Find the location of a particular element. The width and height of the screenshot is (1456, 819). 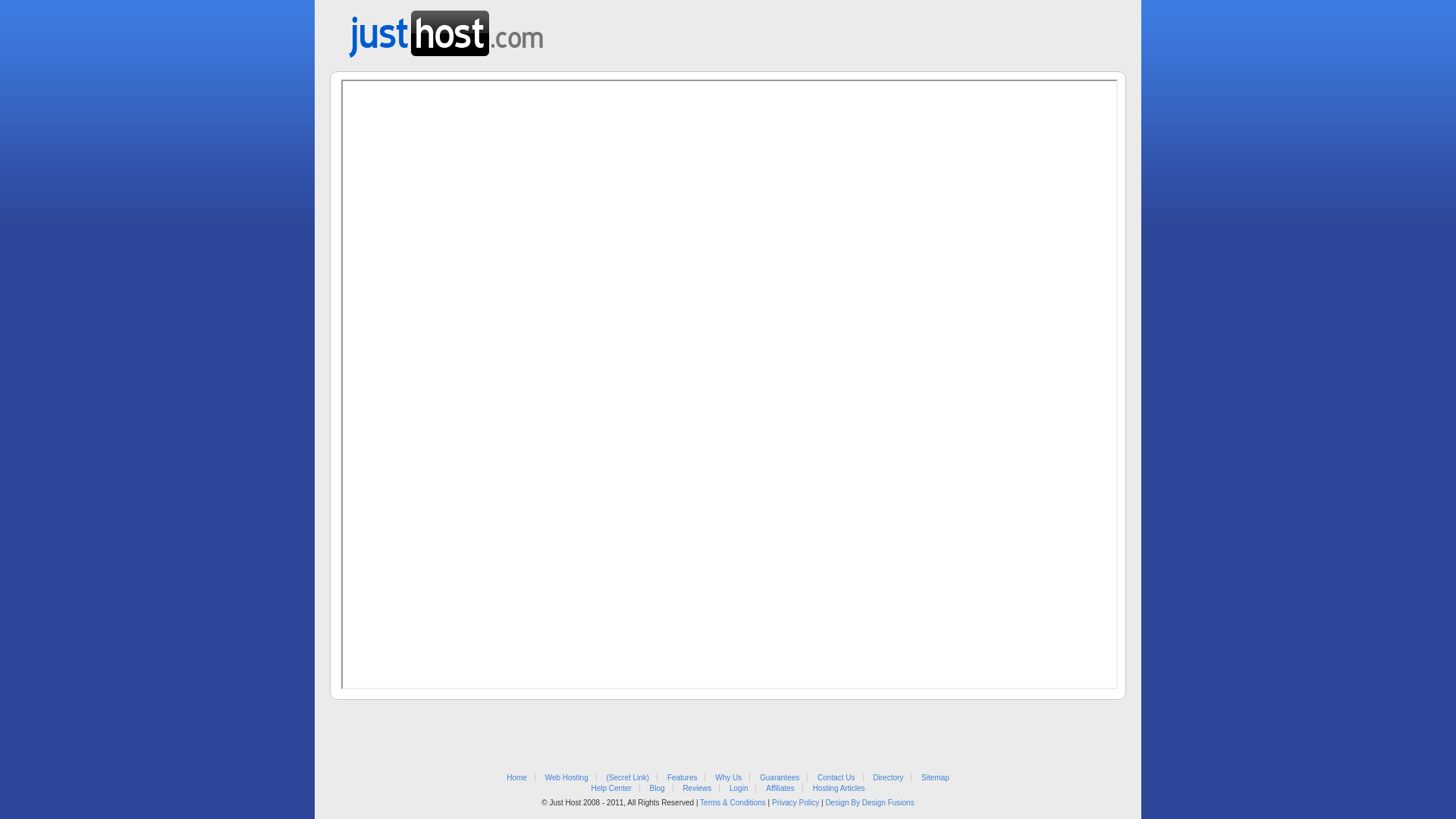

'Help Center' is located at coordinates (610, 787).